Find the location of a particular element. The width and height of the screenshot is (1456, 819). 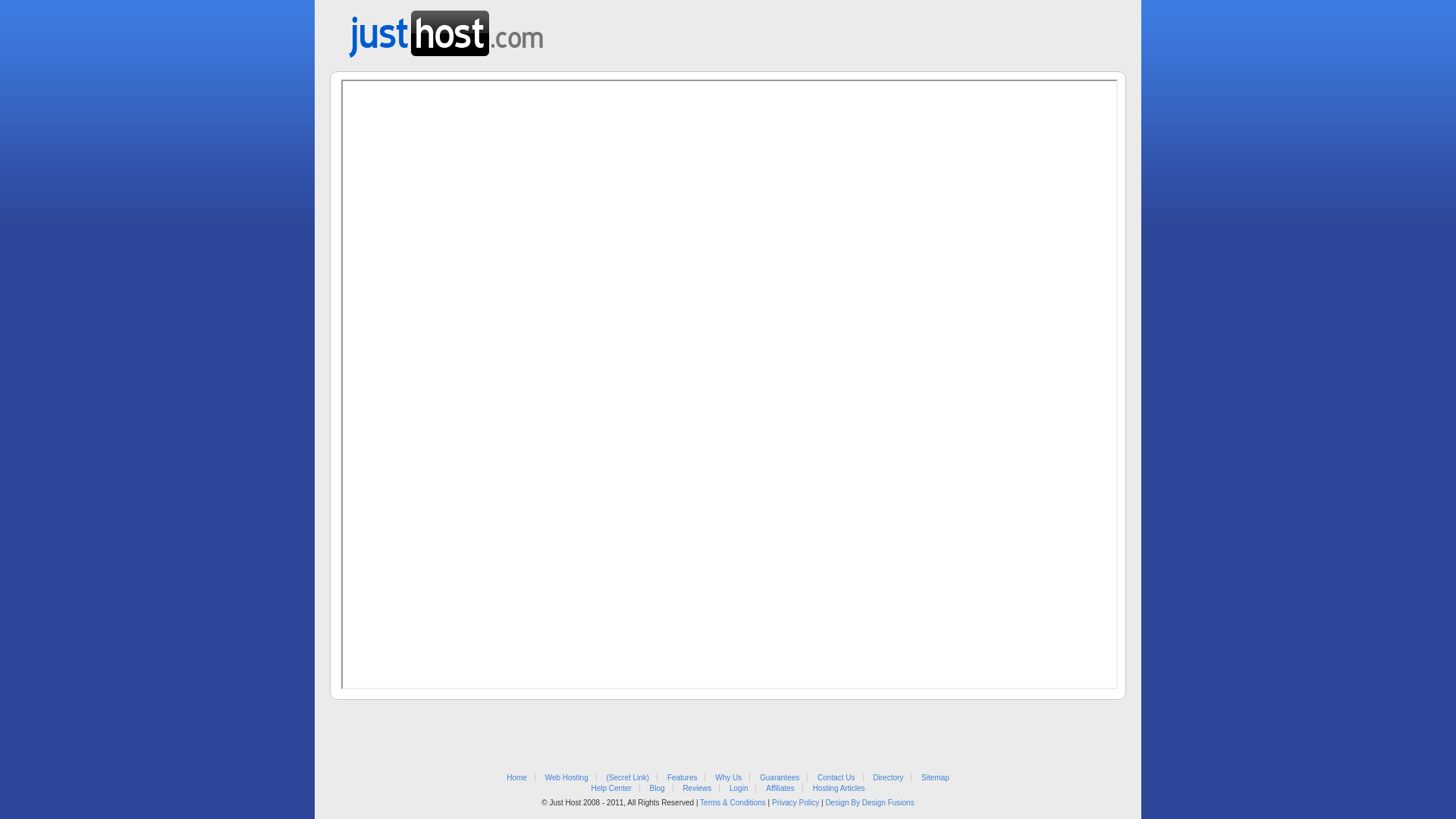

'Help Center' is located at coordinates (610, 787).